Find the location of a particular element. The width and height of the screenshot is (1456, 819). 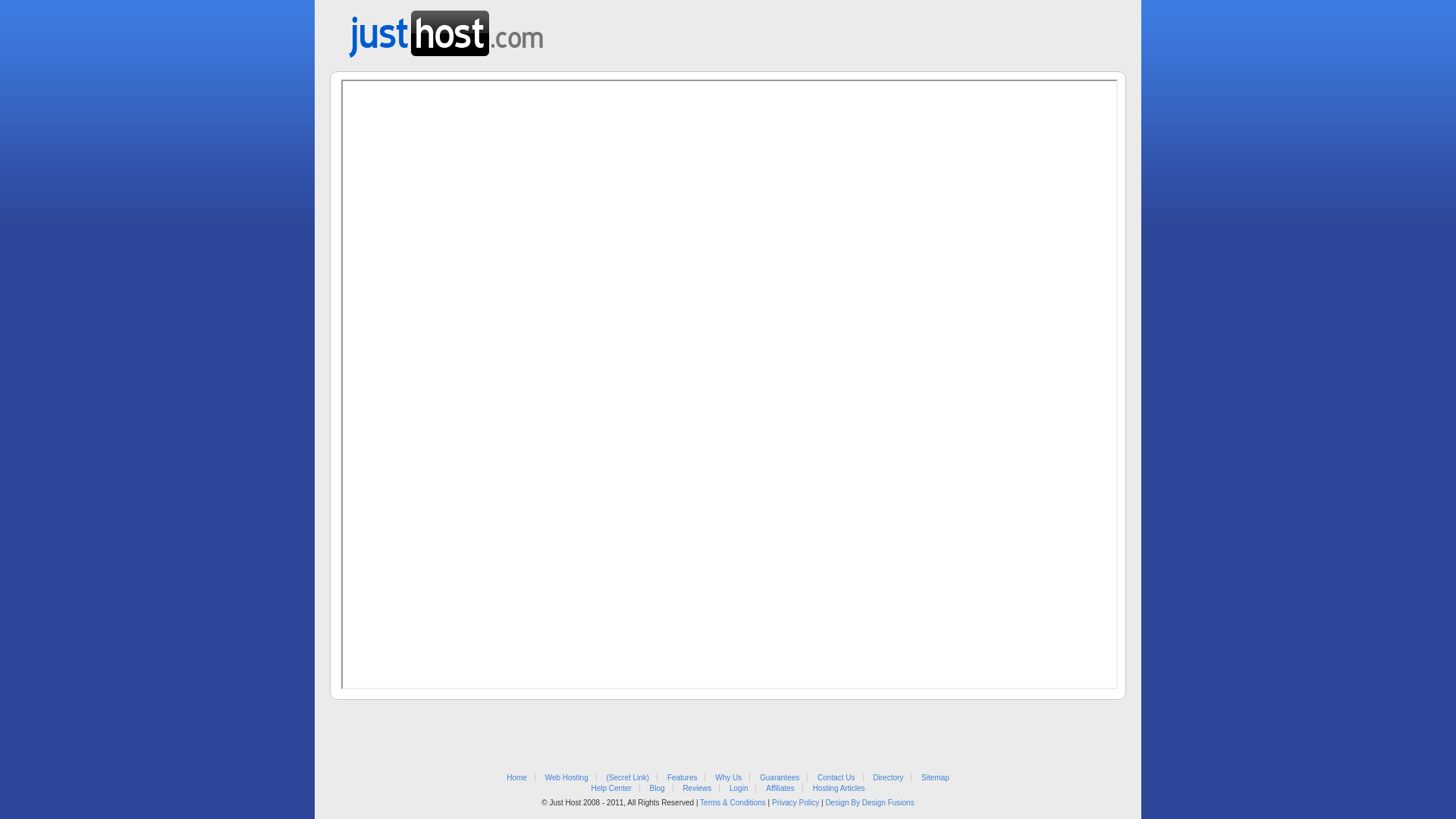

'Help Center' is located at coordinates (610, 787).